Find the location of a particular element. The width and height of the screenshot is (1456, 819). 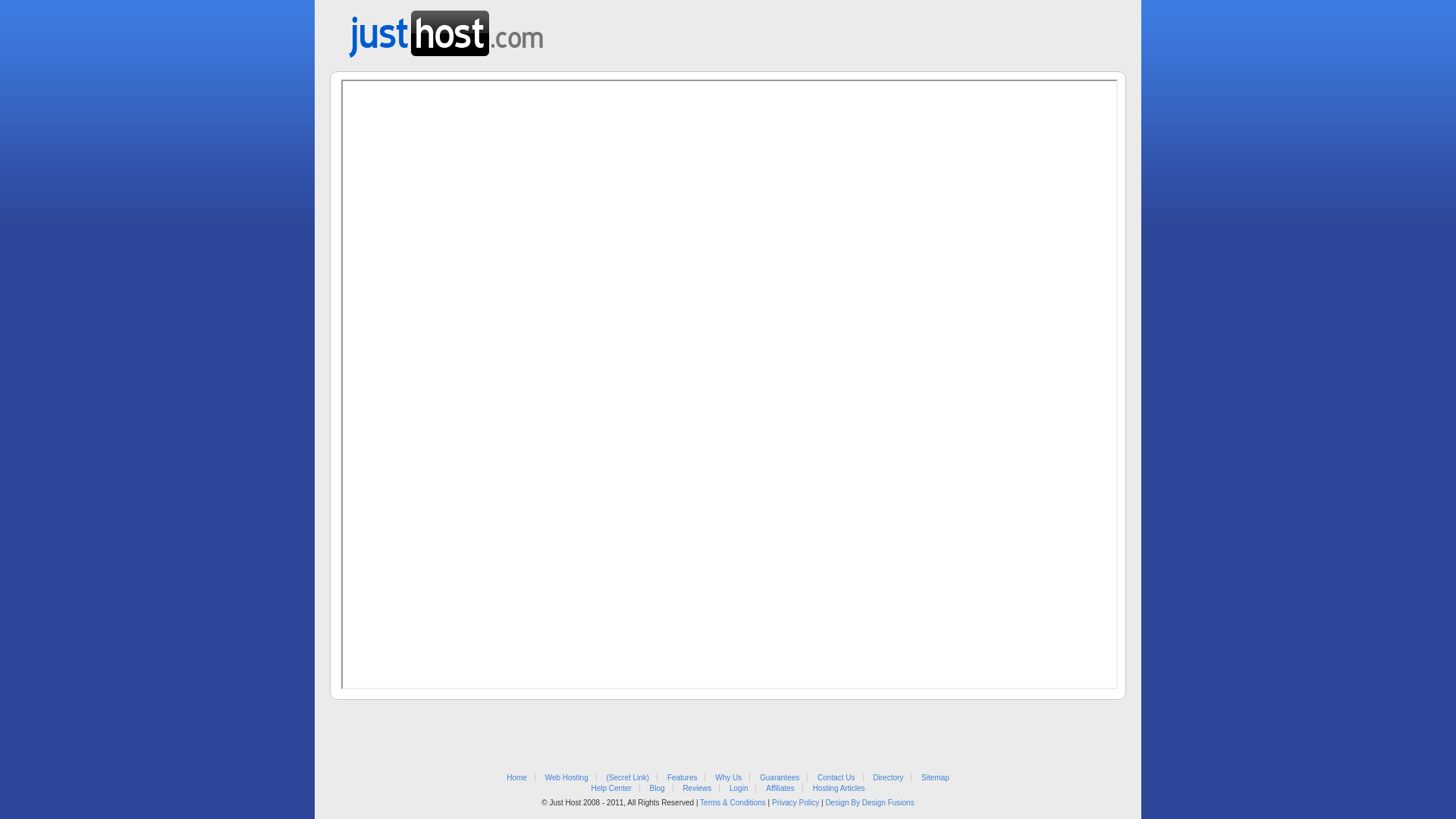

'Help Center' is located at coordinates (610, 787).